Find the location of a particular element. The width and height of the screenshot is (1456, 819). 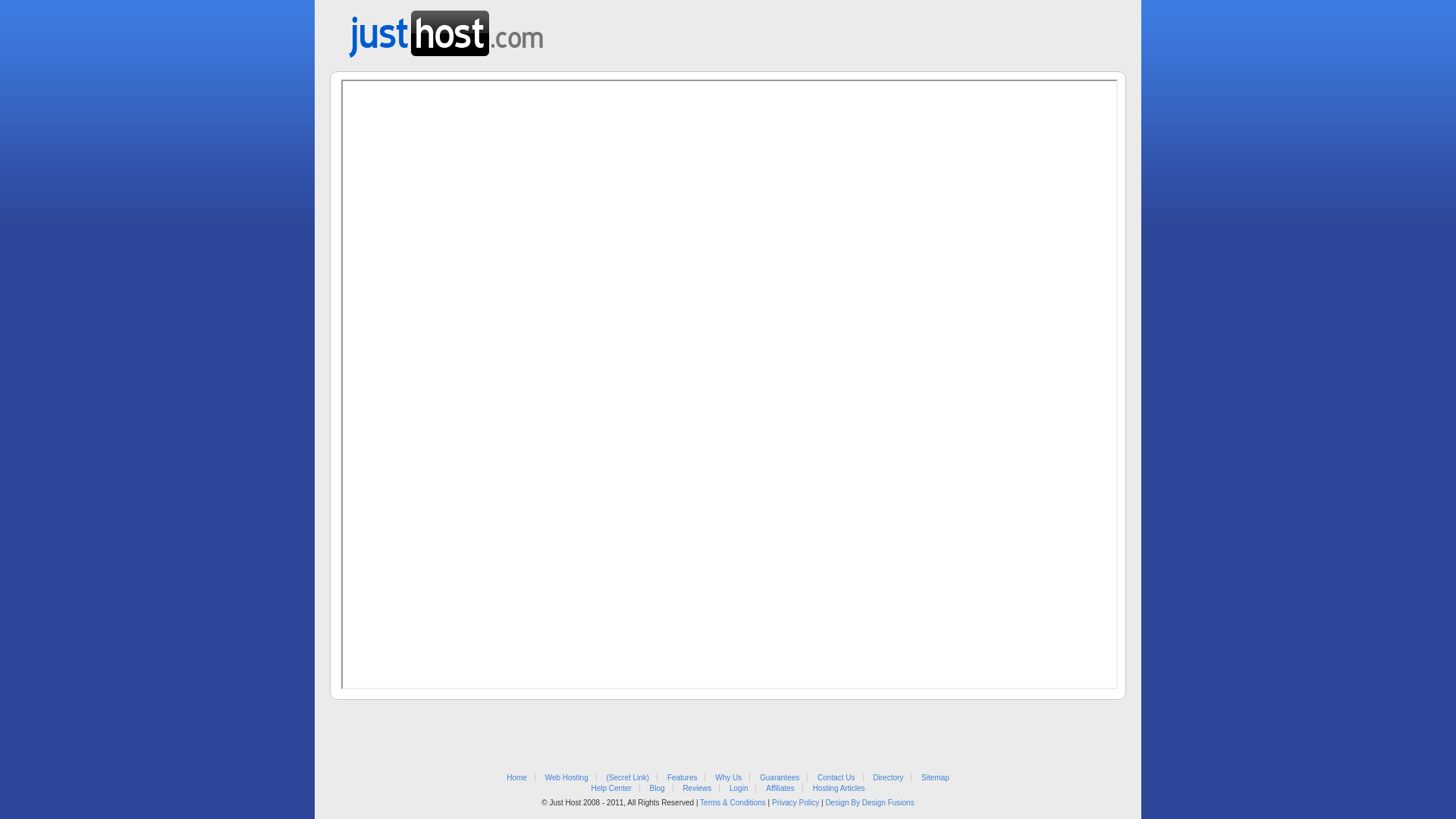

'Help Center' is located at coordinates (610, 787).